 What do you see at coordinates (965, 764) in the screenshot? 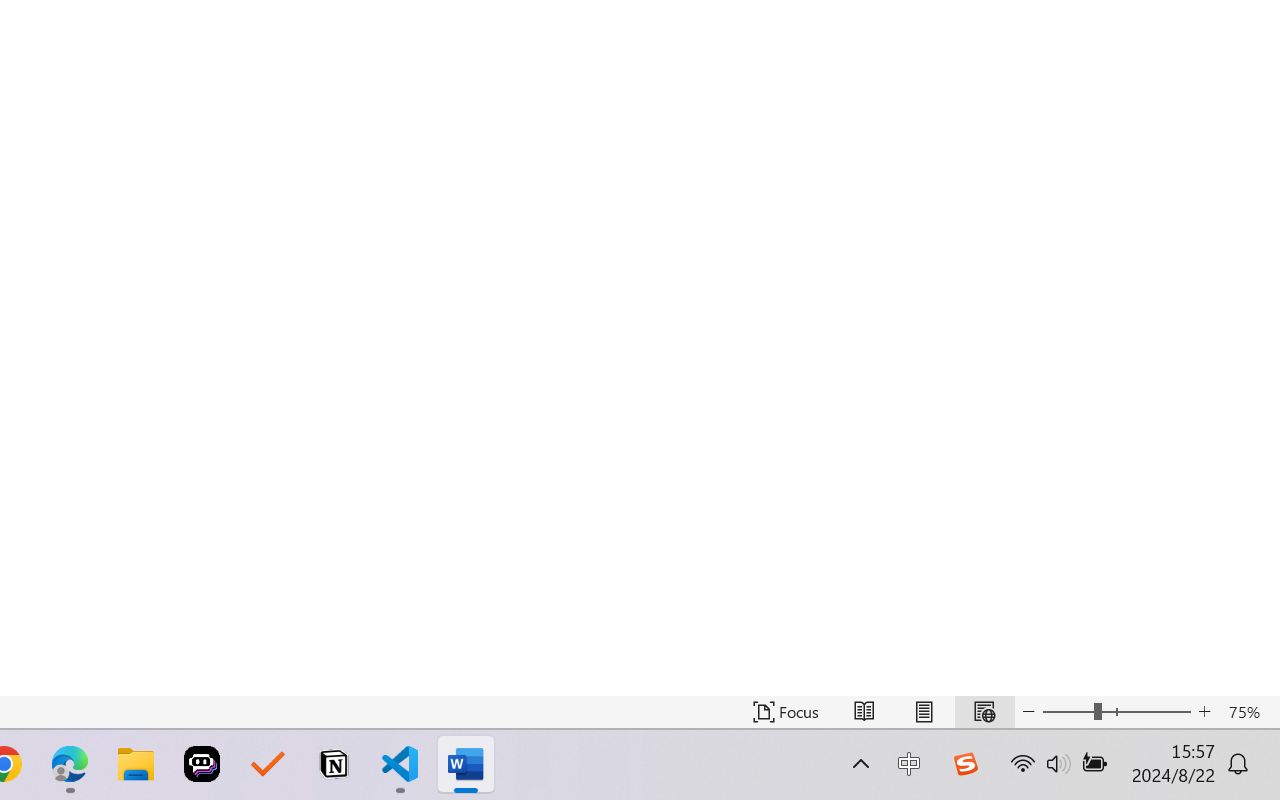
I see `'Class: Image'` at bounding box center [965, 764].